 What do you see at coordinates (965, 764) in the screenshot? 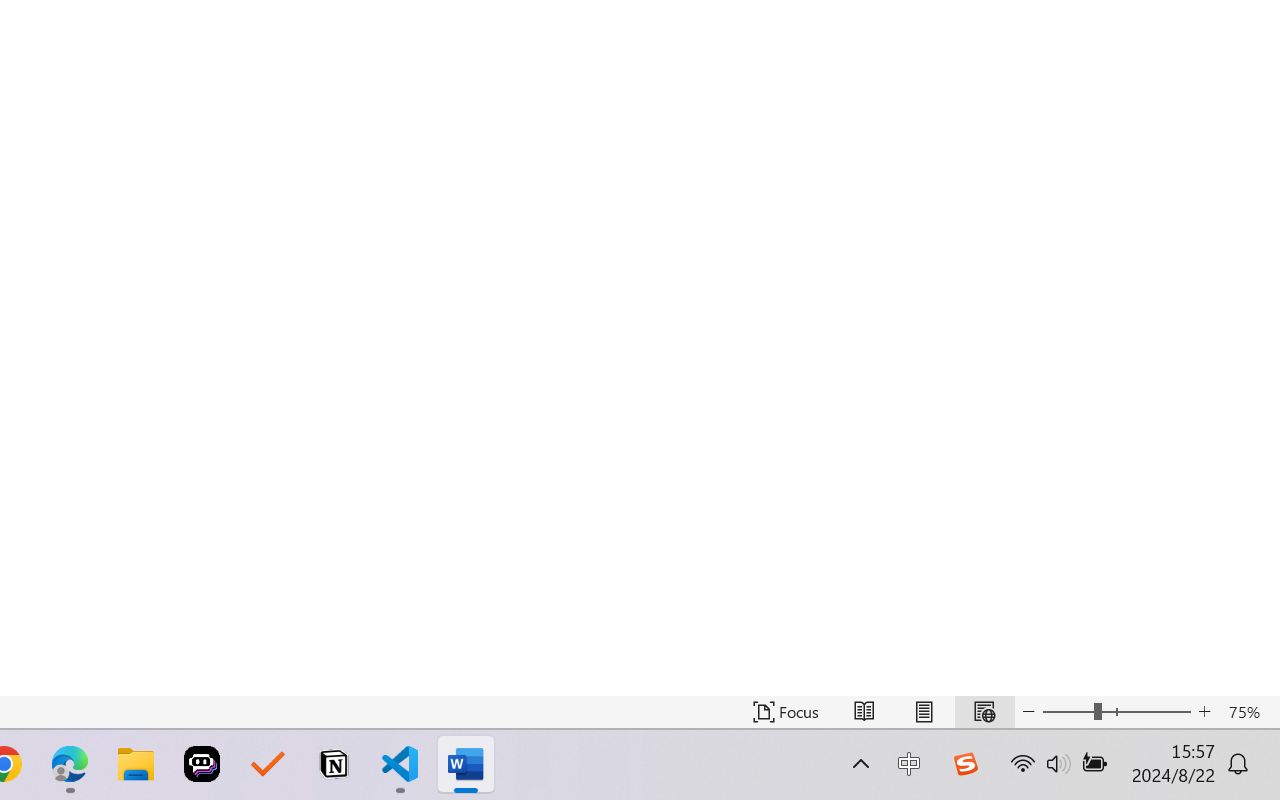
I see `'Class: Image'` at bounding box center [965, 764].